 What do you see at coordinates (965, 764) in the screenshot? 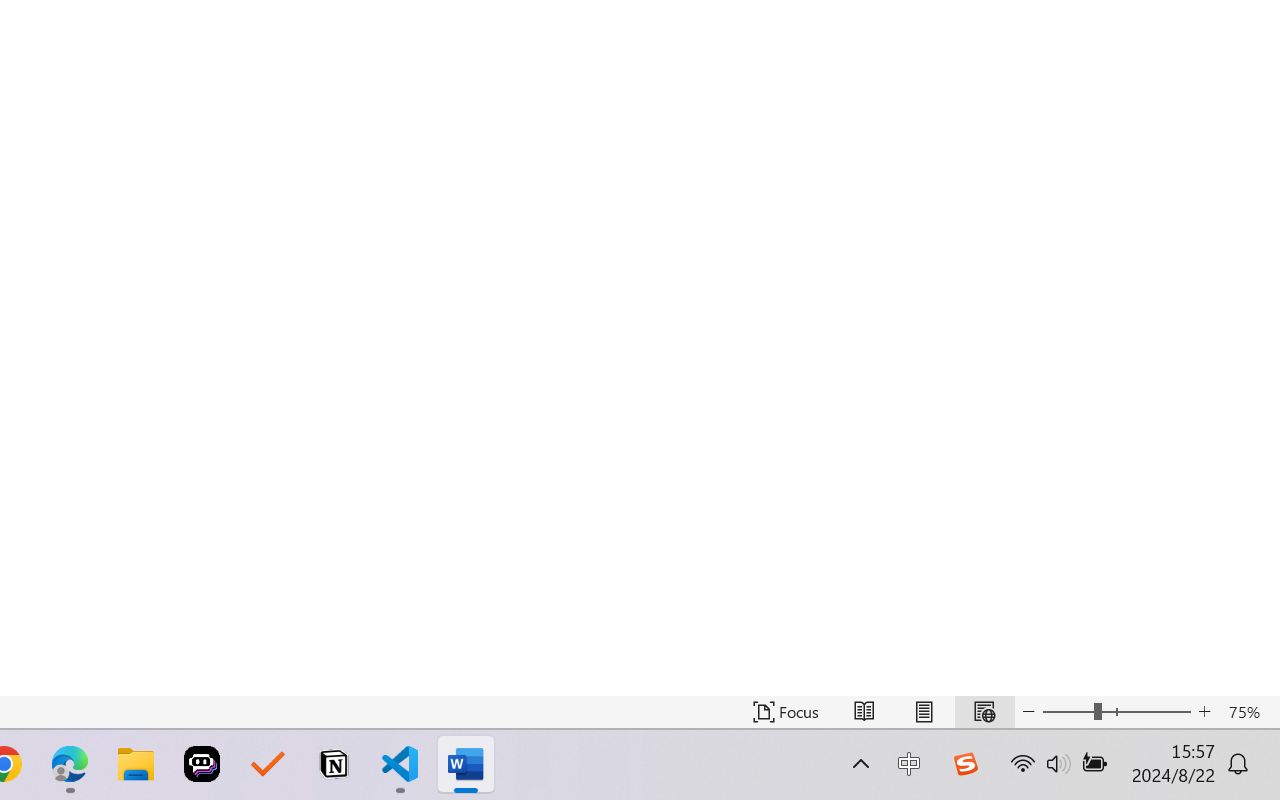
I see `'Class: Image'` at bounding box center [965, 764].